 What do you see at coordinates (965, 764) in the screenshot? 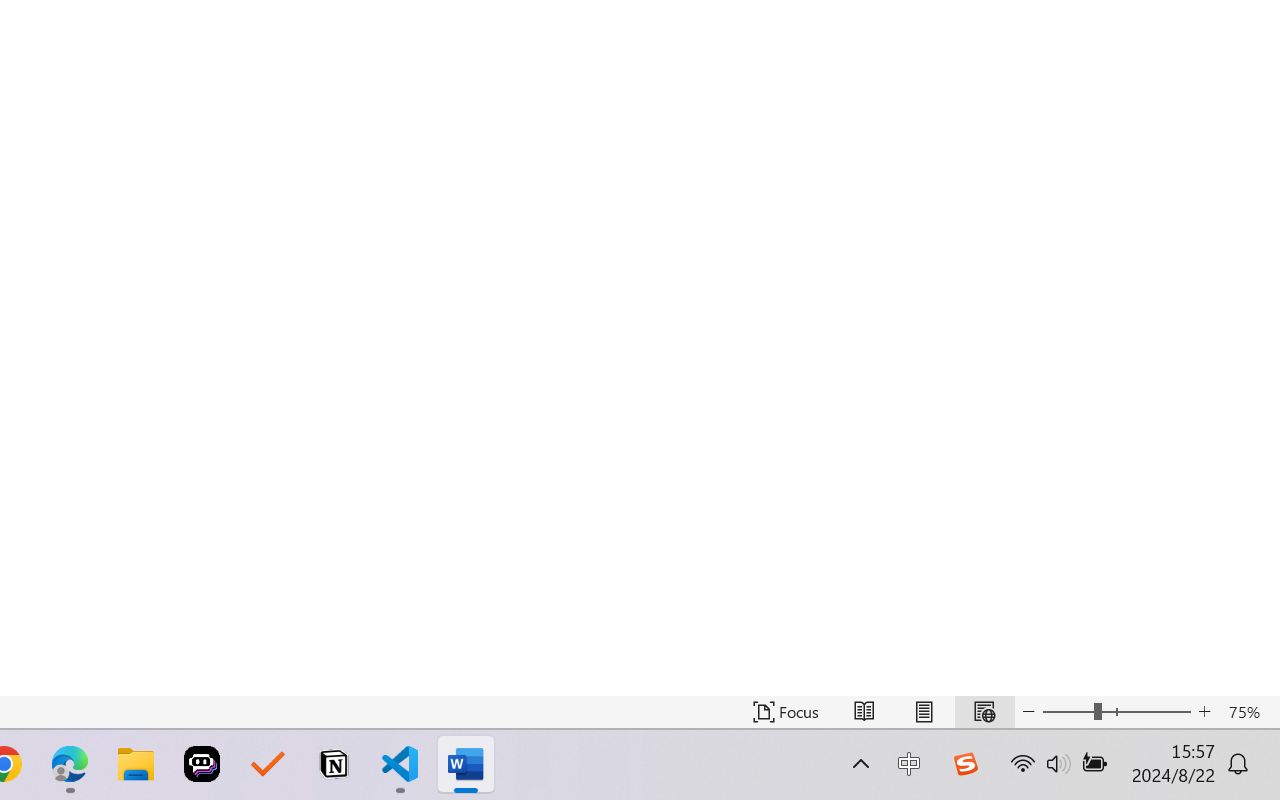
I see `'Class: Image'` at bounding box center [965, 764].